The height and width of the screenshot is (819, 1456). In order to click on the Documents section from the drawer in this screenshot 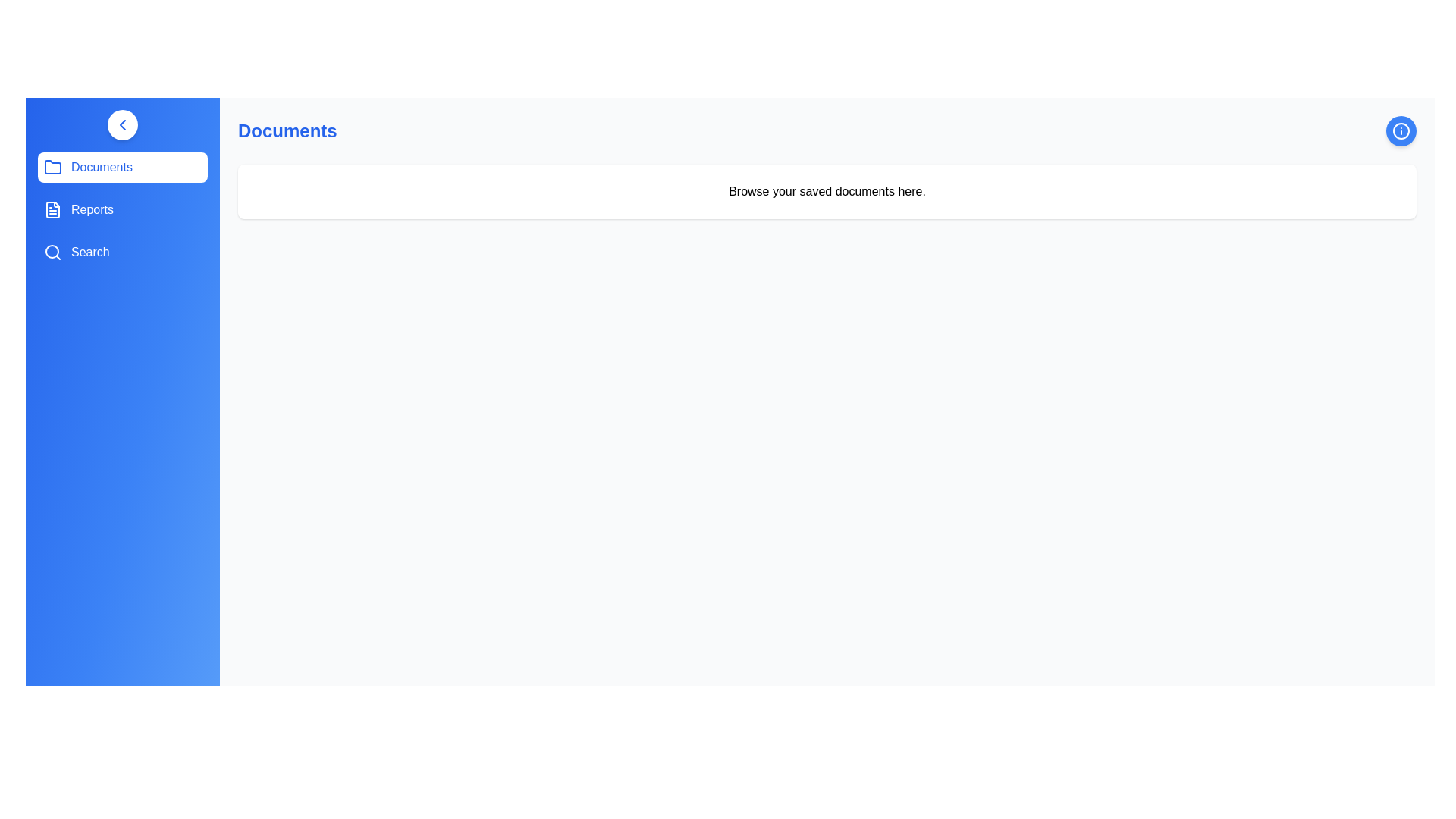, I will do `click(123, 167)`.